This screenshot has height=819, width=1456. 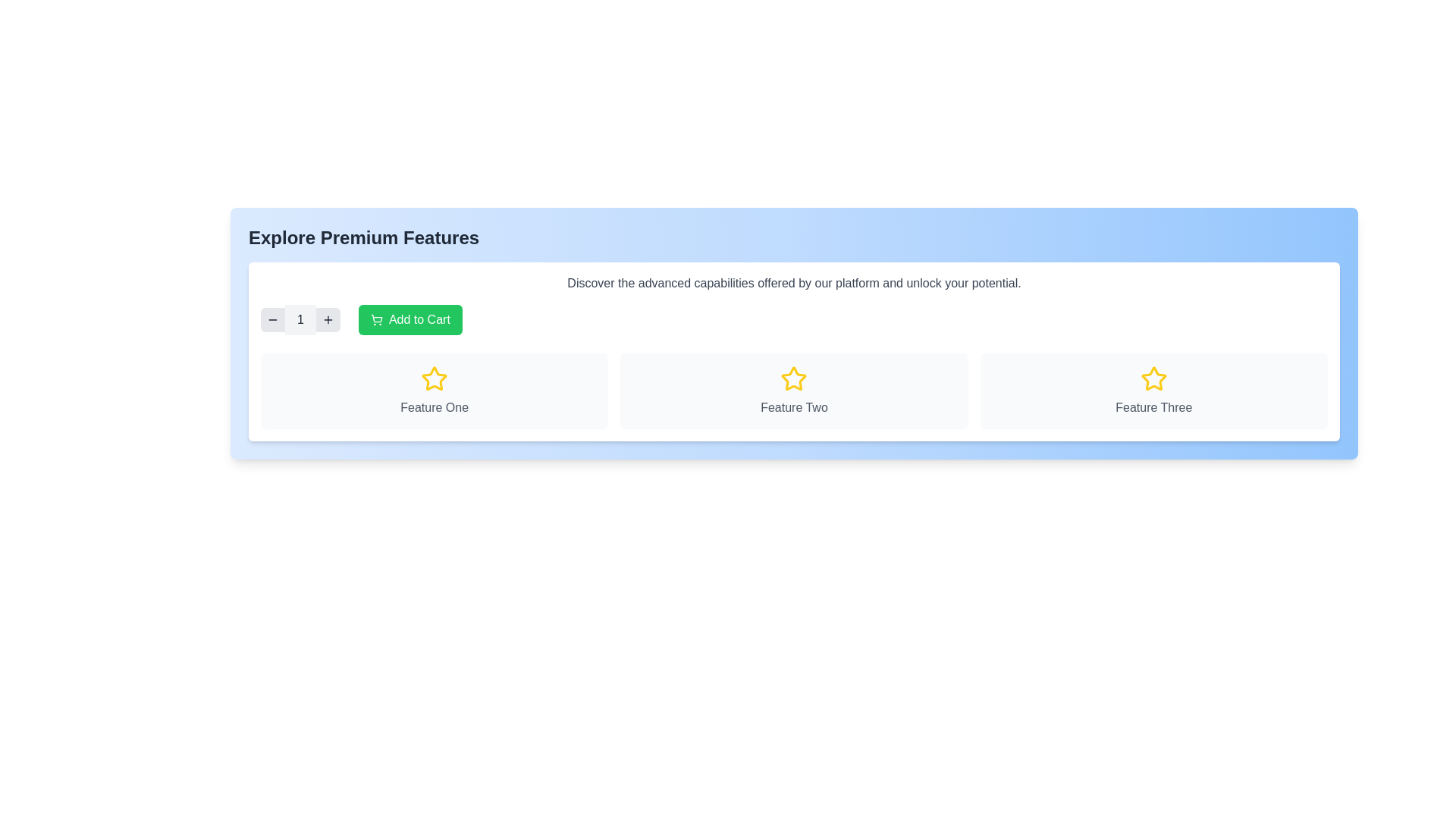 I want to click on the icon representing the feature within the 'Feature One' card, which is visually intended, so click(x=434, y=378).